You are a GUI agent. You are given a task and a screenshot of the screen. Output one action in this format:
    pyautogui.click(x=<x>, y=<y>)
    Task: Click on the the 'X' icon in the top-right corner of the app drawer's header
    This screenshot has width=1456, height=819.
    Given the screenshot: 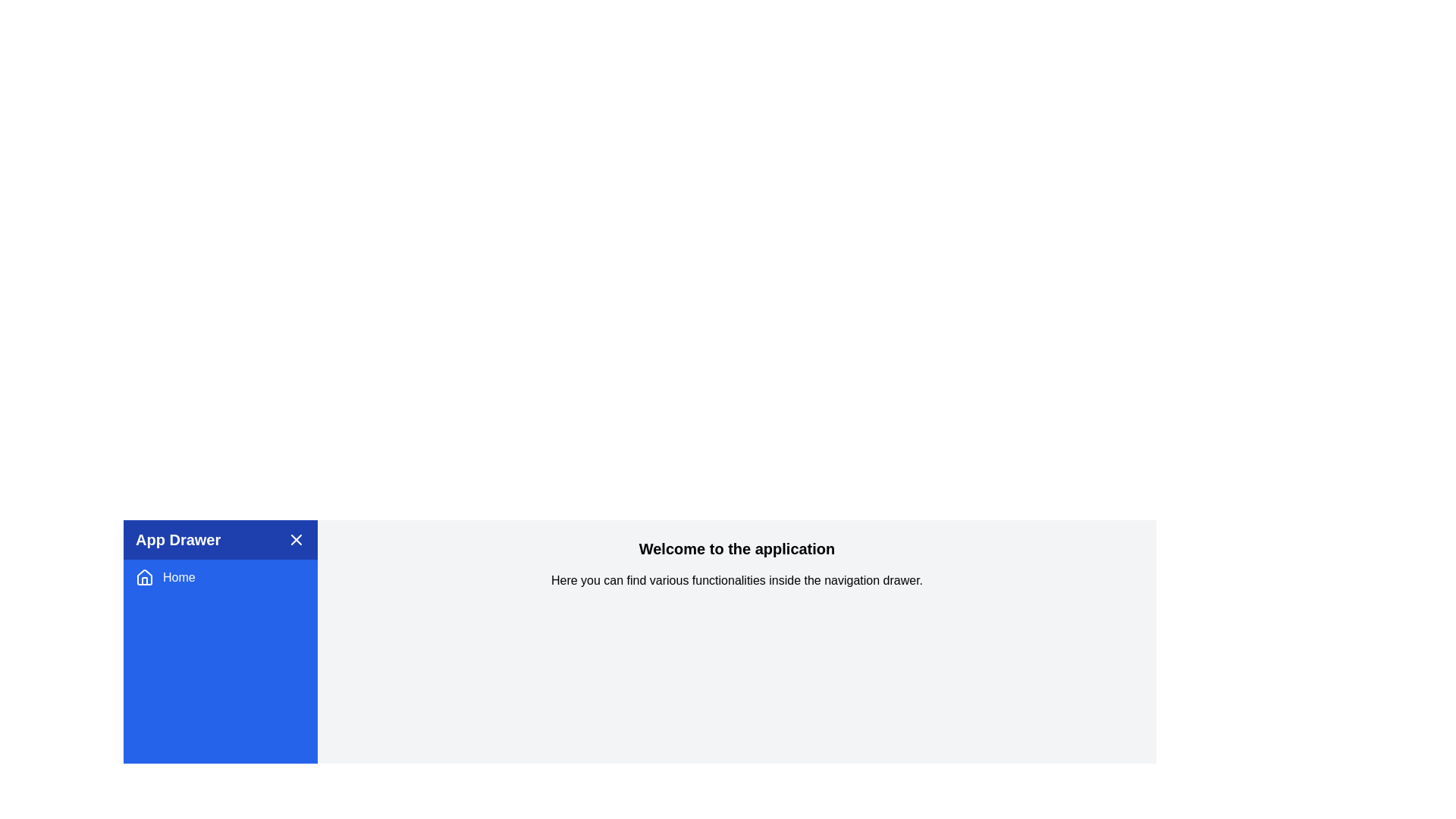 What is the action you would take?
    pyautogui.click(x=296, y=539)
    